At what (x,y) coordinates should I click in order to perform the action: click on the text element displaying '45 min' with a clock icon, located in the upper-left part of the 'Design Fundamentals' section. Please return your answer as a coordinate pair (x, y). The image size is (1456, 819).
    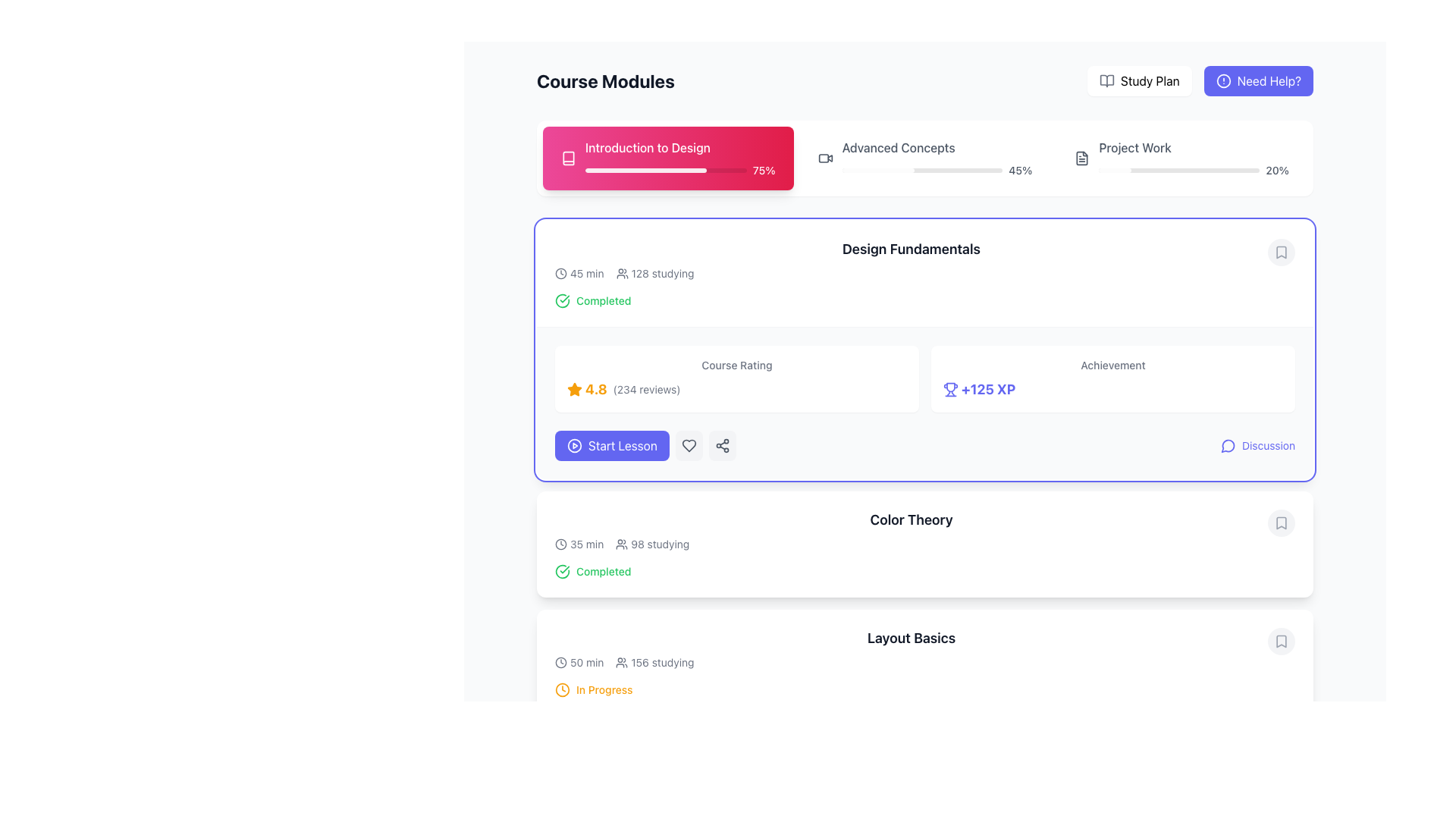
    Looking at the image, I should click on (579, 274).